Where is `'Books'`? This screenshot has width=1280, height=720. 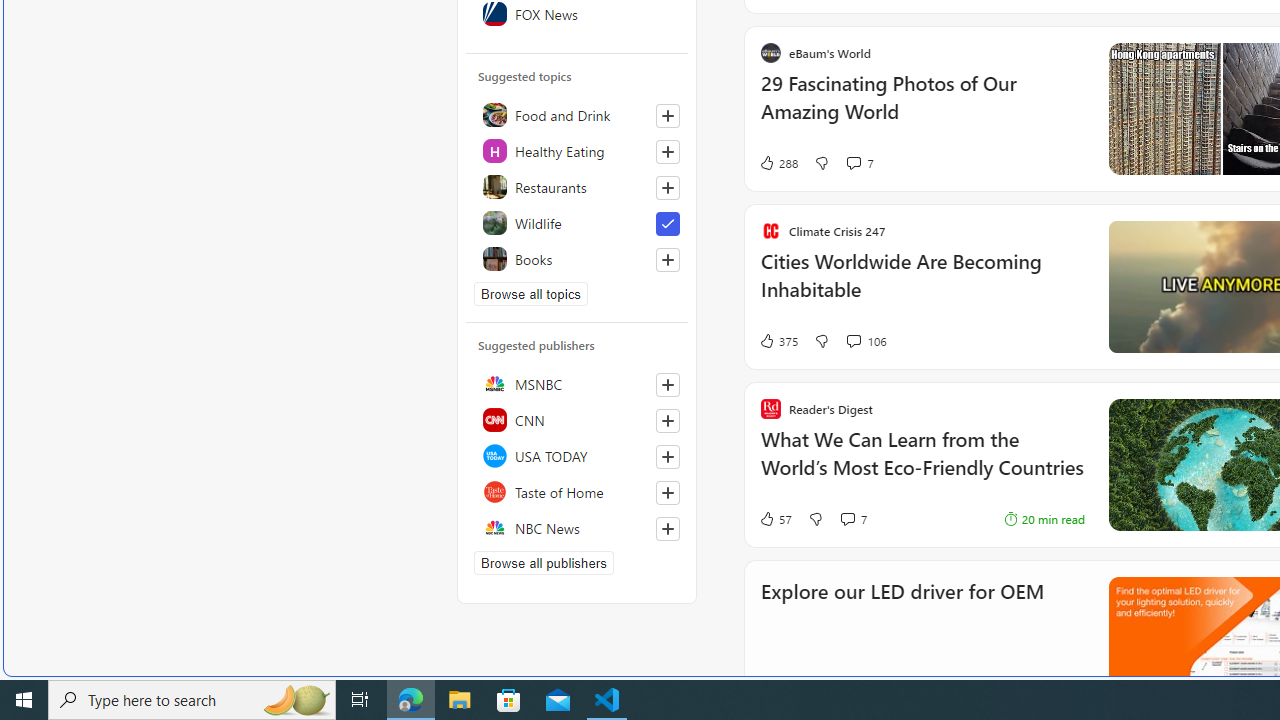
'Books' is located at coordinates (576, 257).